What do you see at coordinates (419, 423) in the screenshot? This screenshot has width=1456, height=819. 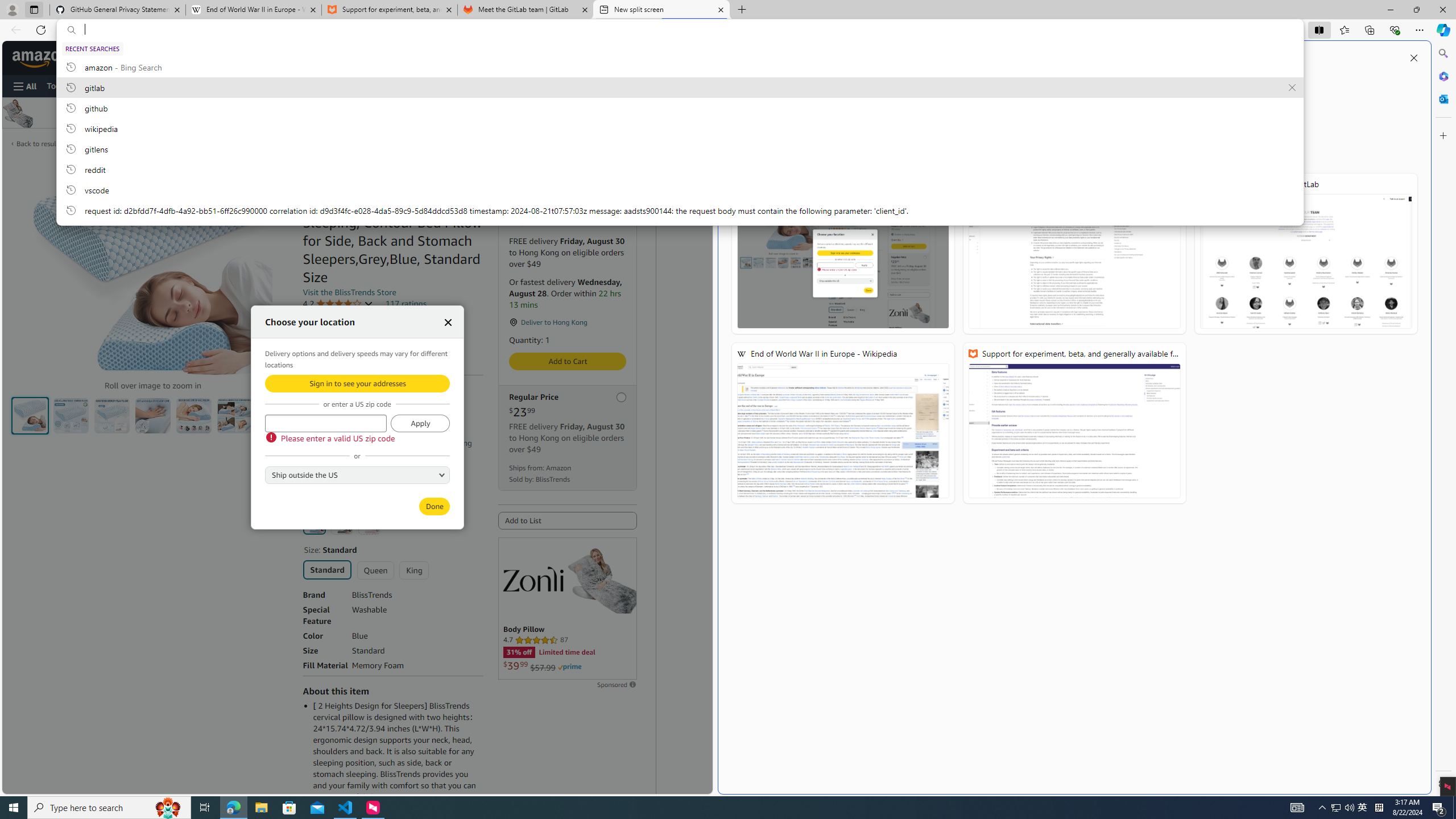 I see `'Apply'` at bounding box center [419, 423].